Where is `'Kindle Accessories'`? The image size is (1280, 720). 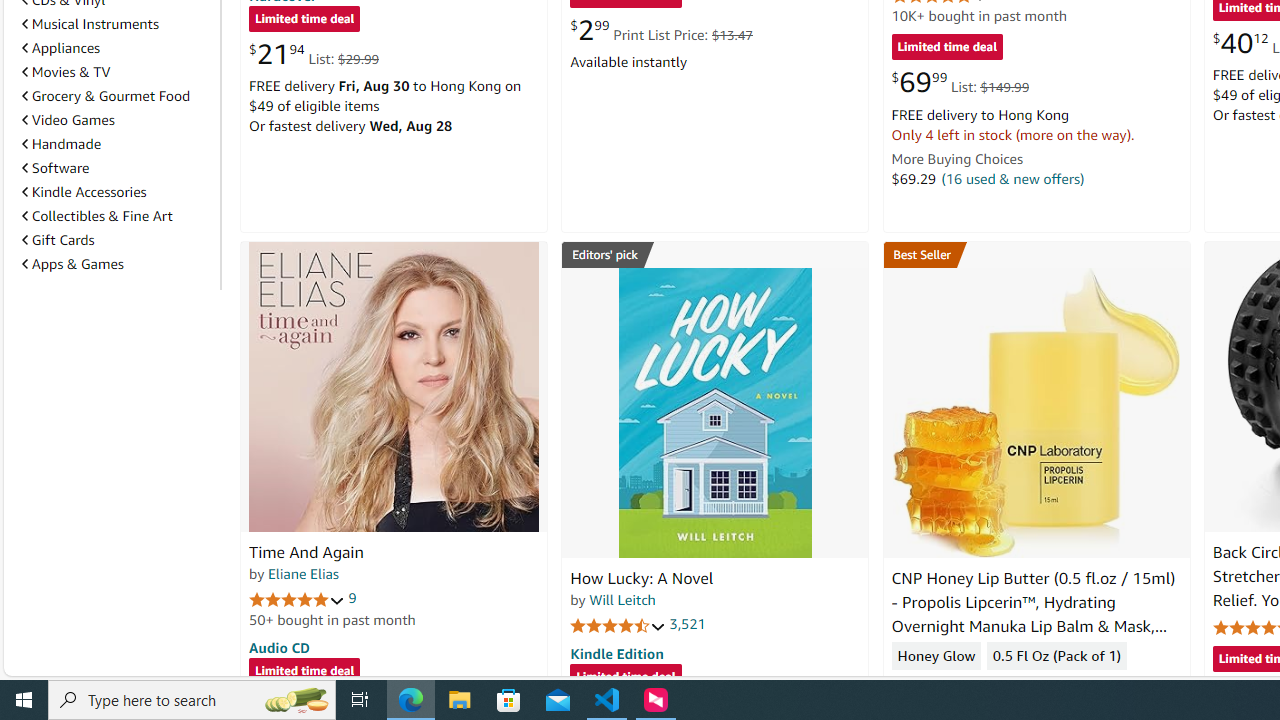
'Kindle Accessories' is located at coordinates (83, 191).